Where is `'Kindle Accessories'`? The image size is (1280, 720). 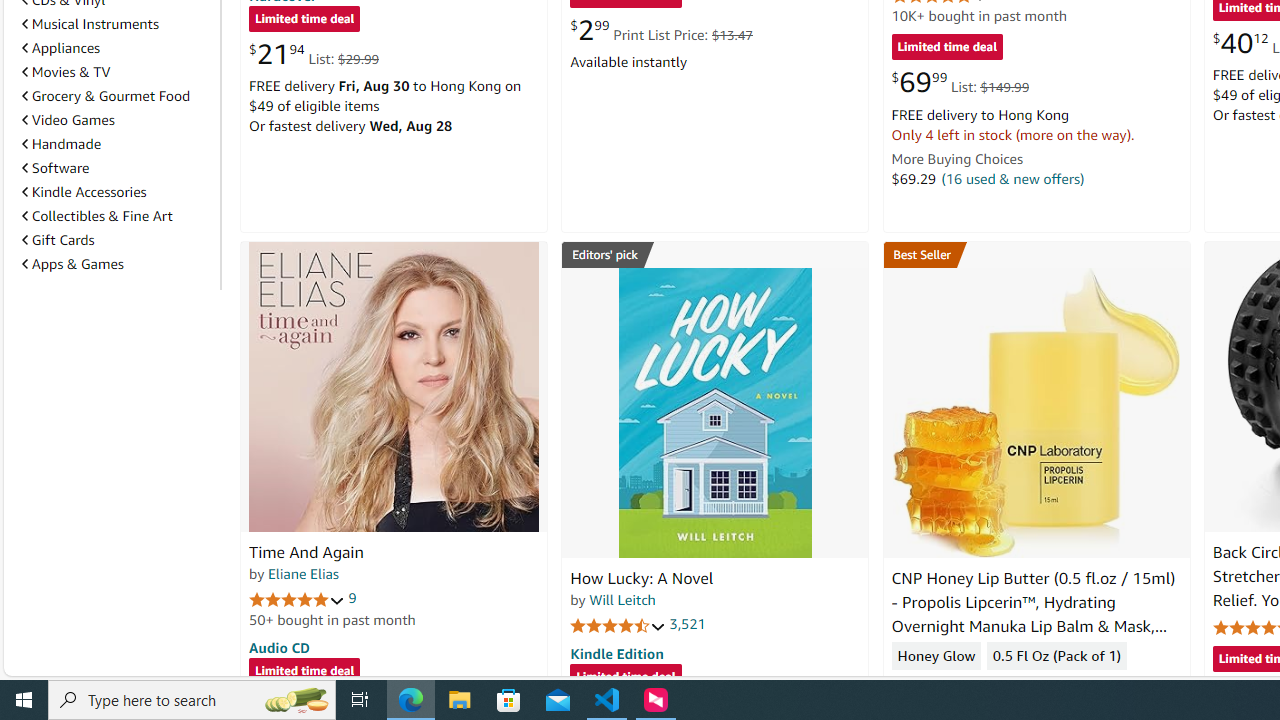
'Kindle Accessories' is located at coordinates (83, 191).